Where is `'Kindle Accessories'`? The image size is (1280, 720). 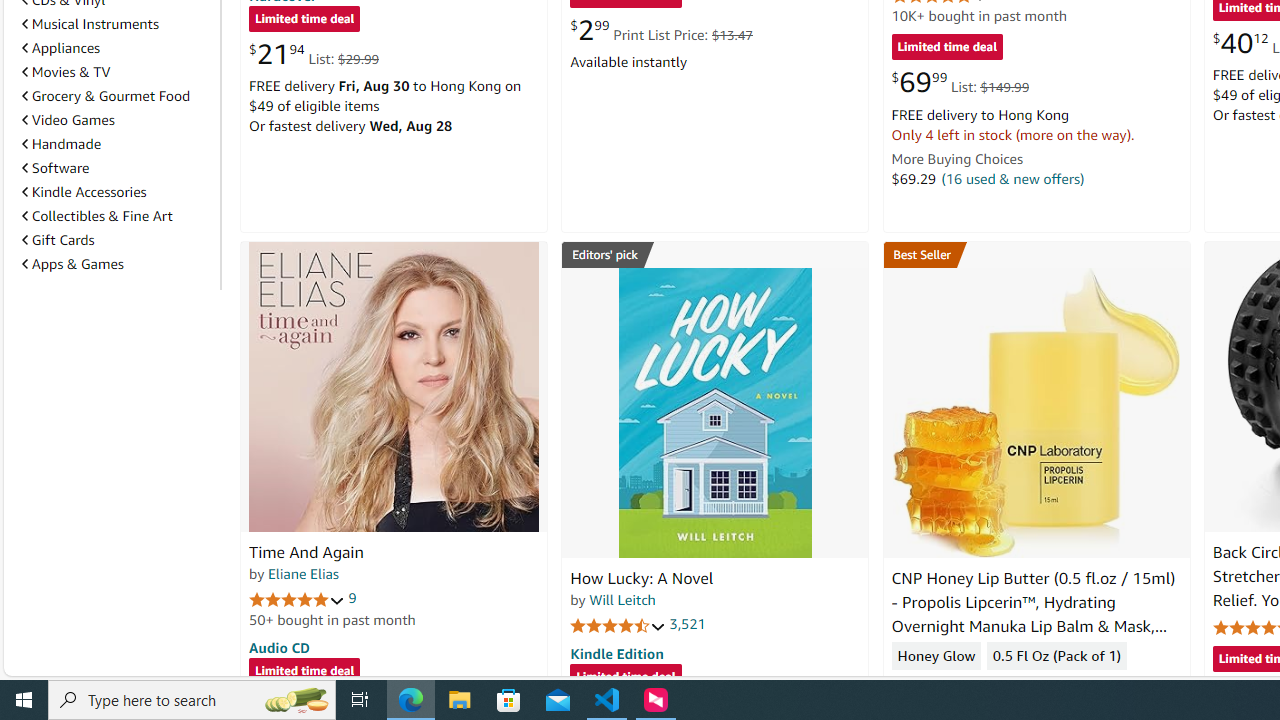
'Kindle Accessories' is located at coordinates (83, 191).